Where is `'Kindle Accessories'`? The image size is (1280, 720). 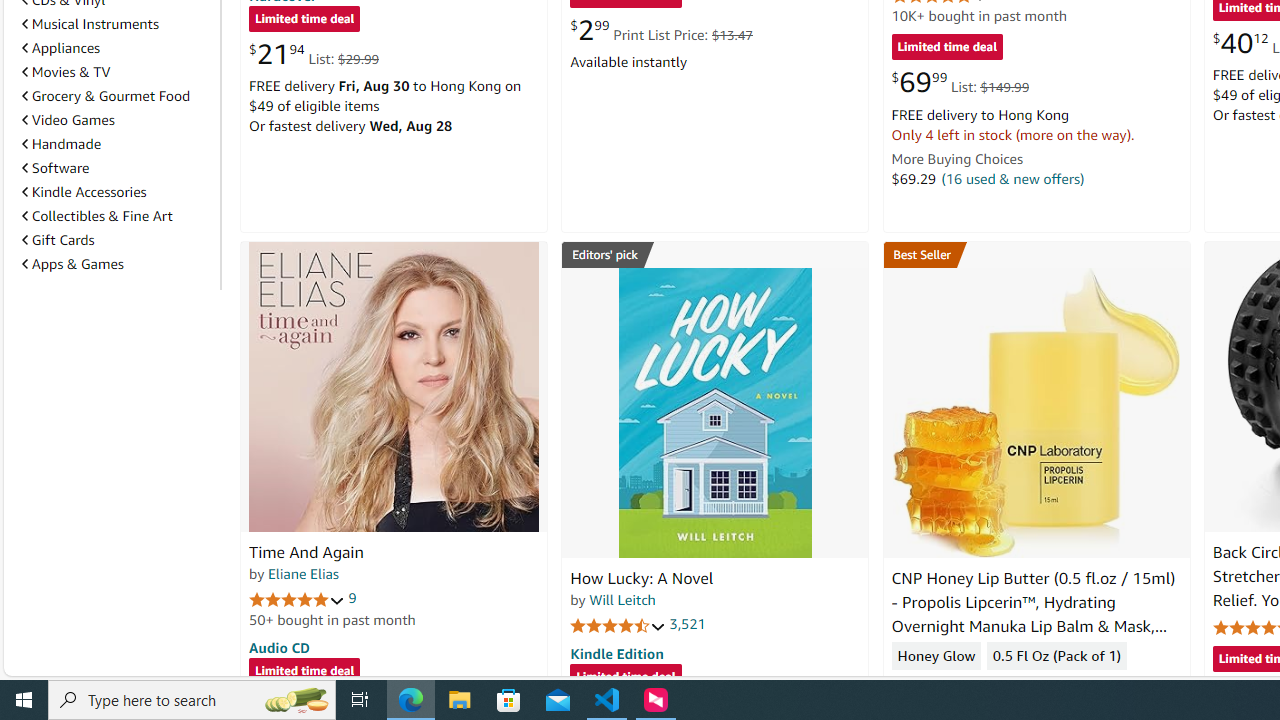
'Kindle Accessories' is located at coordinates (83, 191).